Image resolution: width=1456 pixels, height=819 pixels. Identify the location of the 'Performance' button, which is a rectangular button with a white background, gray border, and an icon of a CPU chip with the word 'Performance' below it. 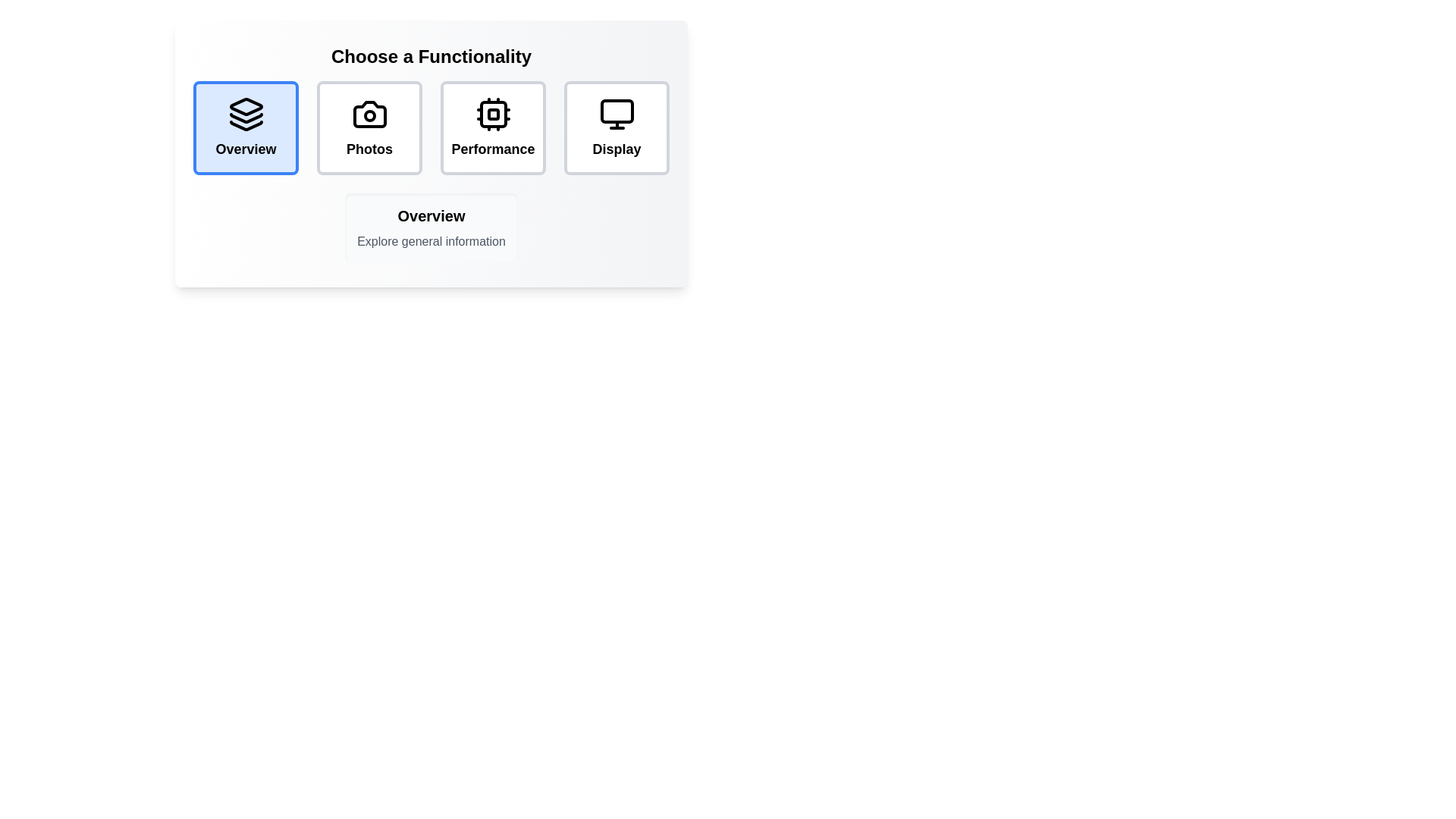
(493, 127).